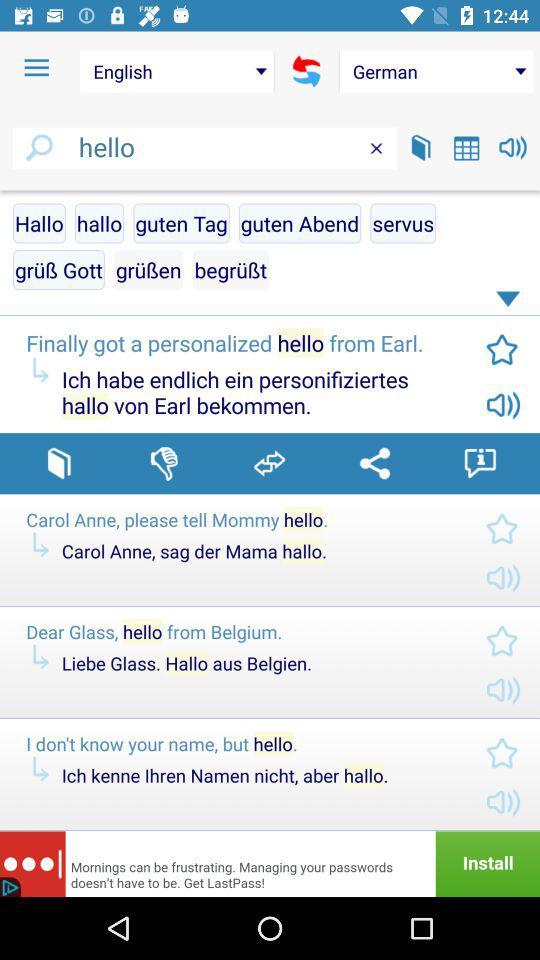  I want to click on refresh the screen option, so click(306, 71).